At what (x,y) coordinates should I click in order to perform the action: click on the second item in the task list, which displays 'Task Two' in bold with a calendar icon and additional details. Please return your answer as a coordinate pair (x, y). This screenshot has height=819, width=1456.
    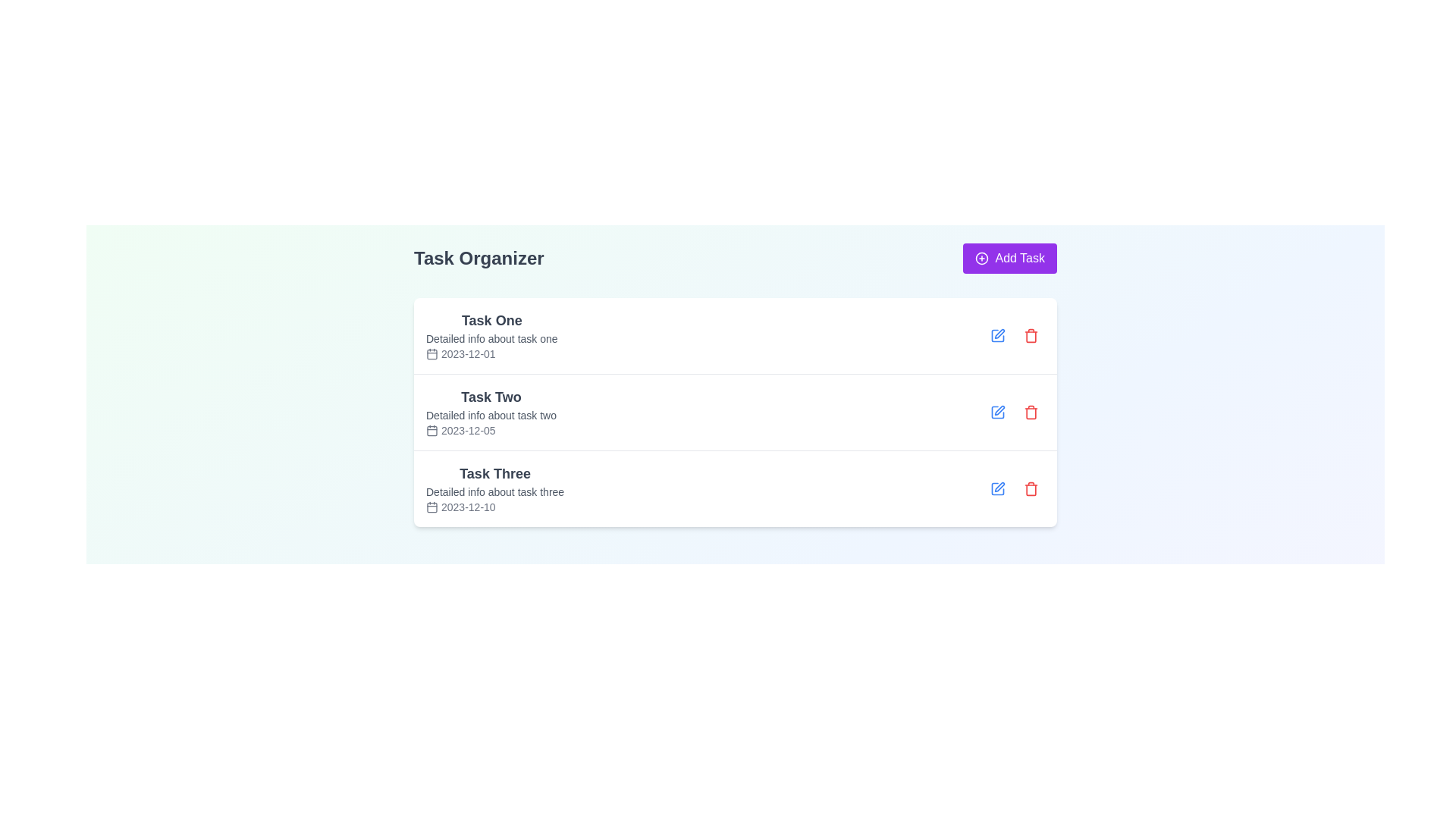
    Looking at the image, I should click on (491, 412).